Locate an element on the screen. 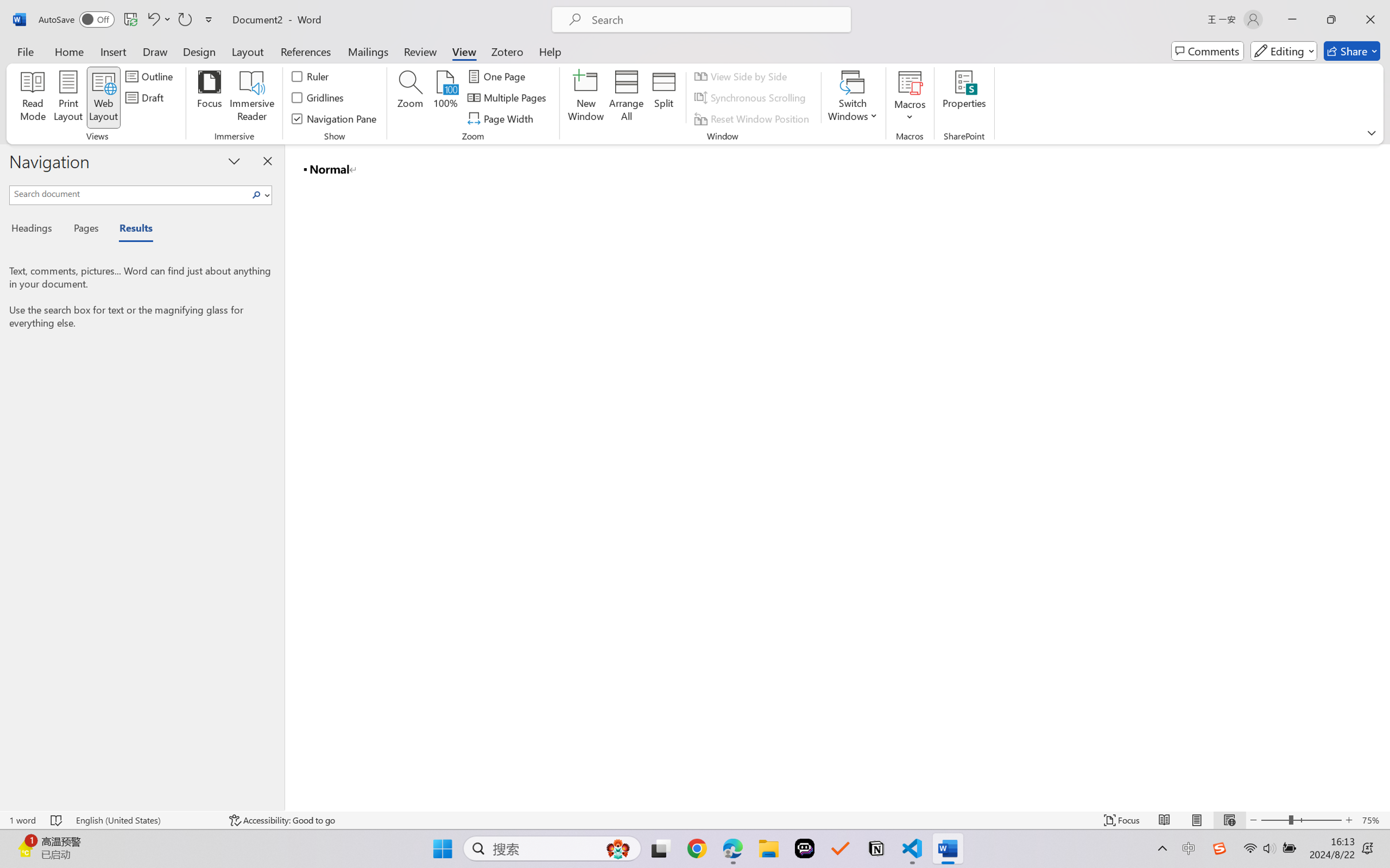 The image size is (1390, 868). 'Language English (United States)' is located at coordinates (144, 820).